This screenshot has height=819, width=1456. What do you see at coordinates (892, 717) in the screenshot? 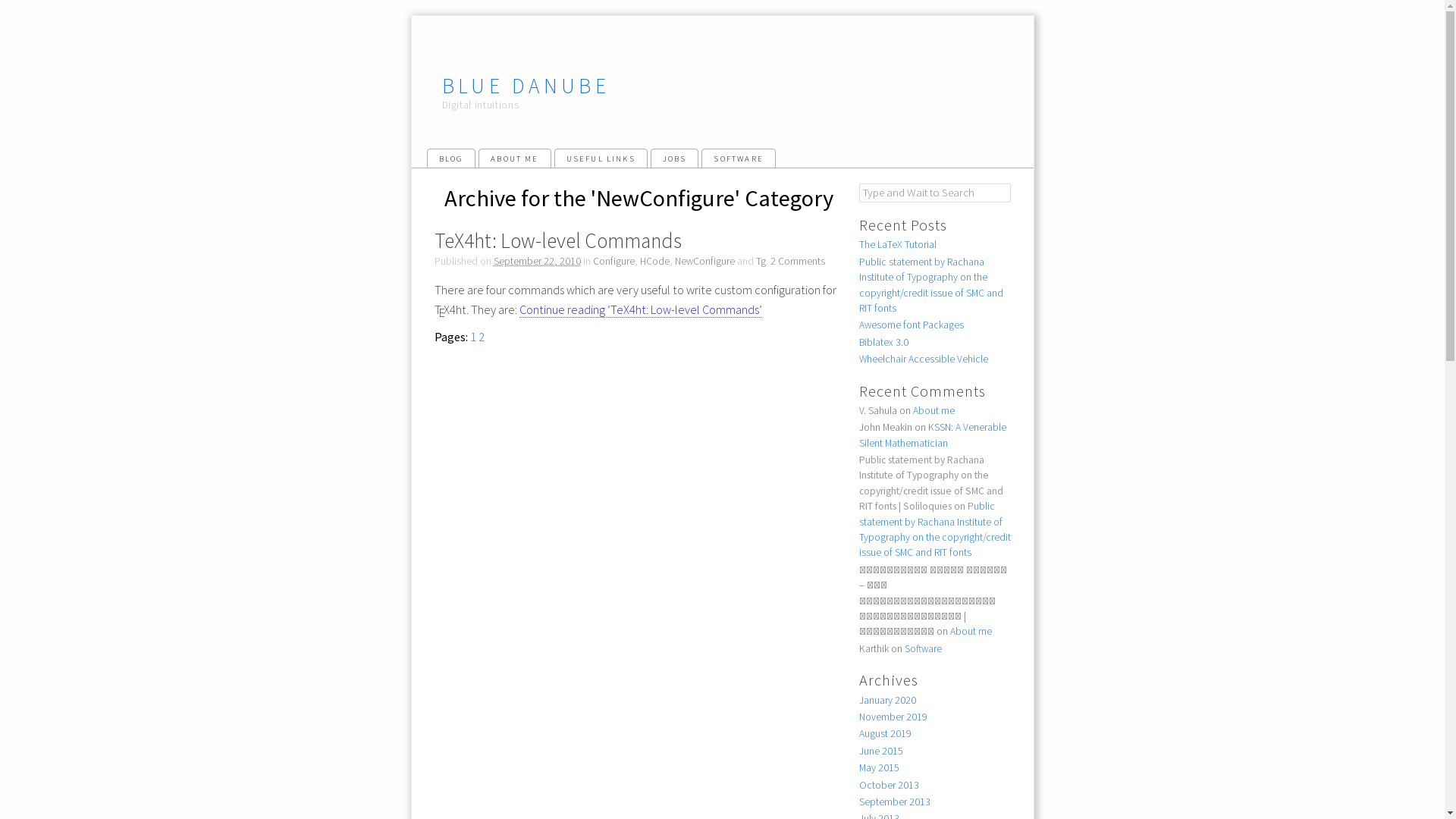
I see `'November 2019'` at bounding box center [892, 717].